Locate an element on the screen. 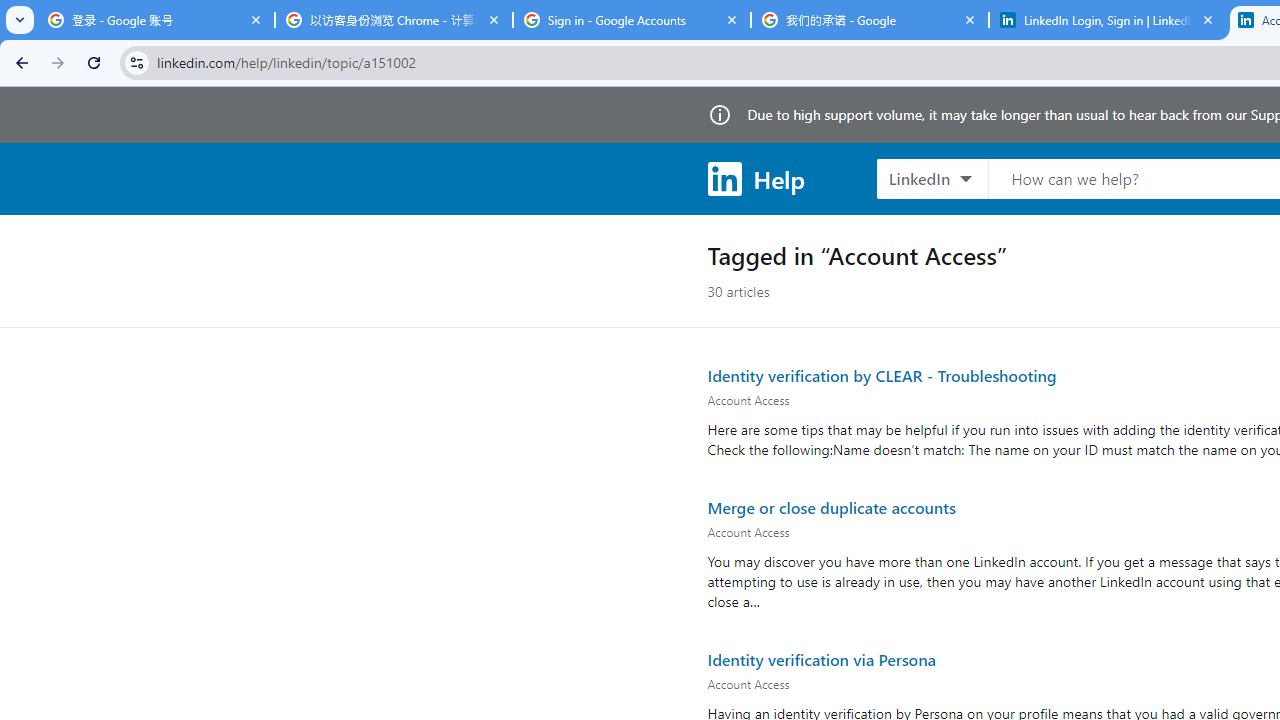 The height and width of the screenshot is (720, 1280). 'LinkedIn products to search, LinkedIn selected' is located at coordinates (931, 177).